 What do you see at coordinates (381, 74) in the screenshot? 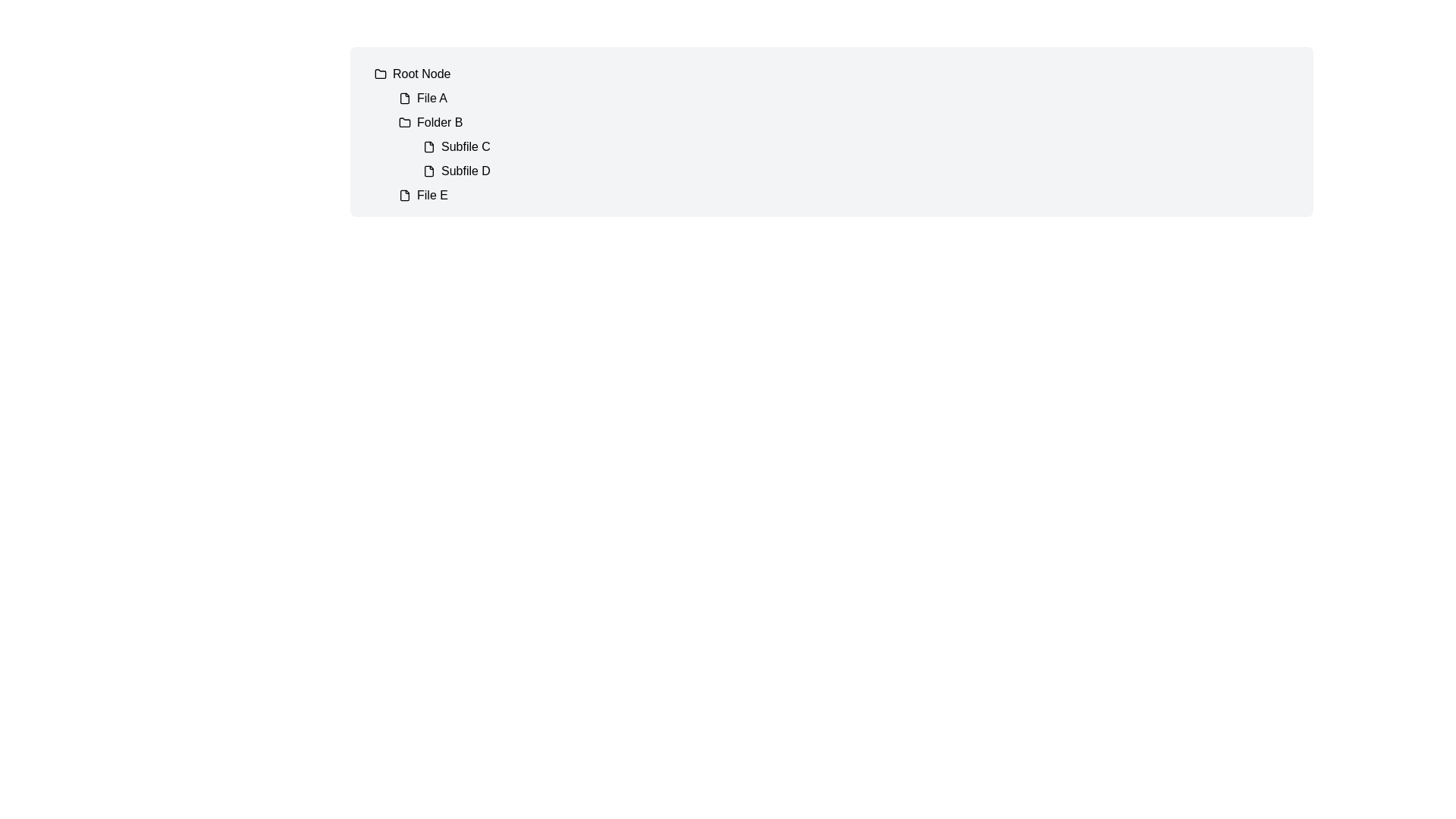
I see `the folder icon, which is styled with a thin outline and positioned to the immediate left of the text 'Root Node'` at bounding box center [381, 74].